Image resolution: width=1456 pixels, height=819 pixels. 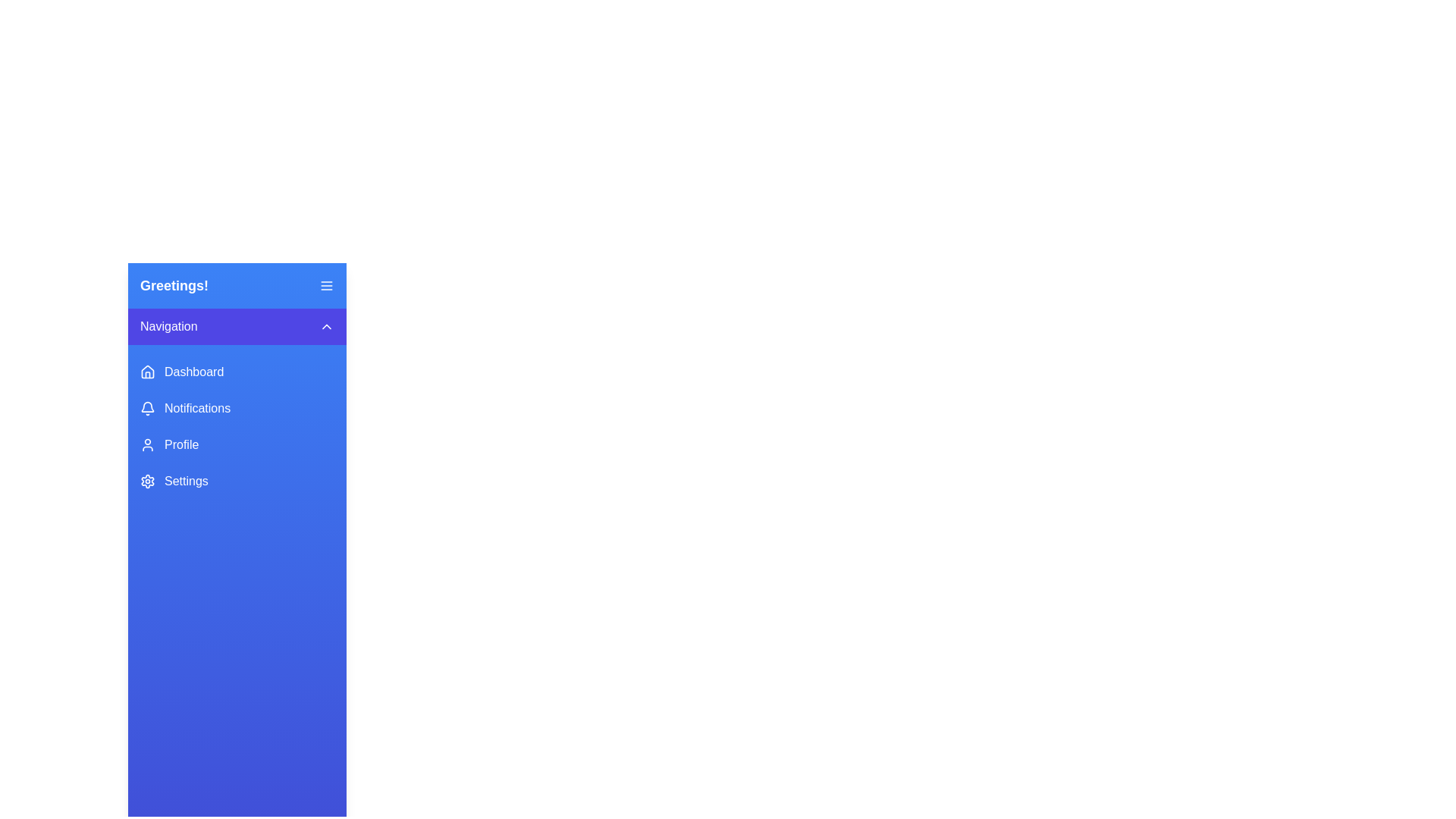 What do you see at coordinates (148, 482) in the screenshot?
I see `the gear-shaped icon in the sidebar navigation menu, which represents the settings functionality and is located to the left of the 'Settings' menu item text` at bounding box center [148, 482].